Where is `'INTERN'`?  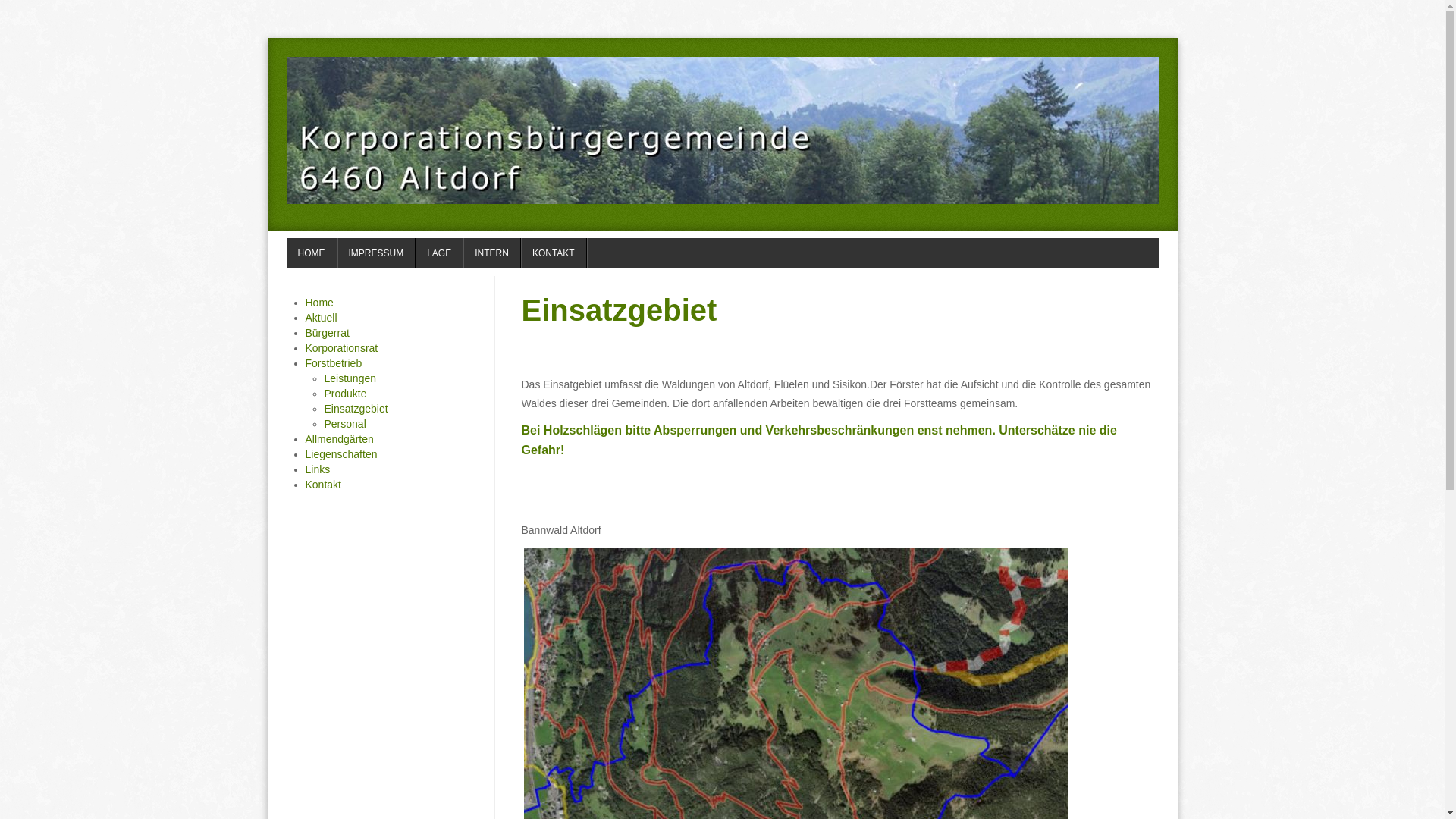 'INTERN' is located at coordinates (491, 253).